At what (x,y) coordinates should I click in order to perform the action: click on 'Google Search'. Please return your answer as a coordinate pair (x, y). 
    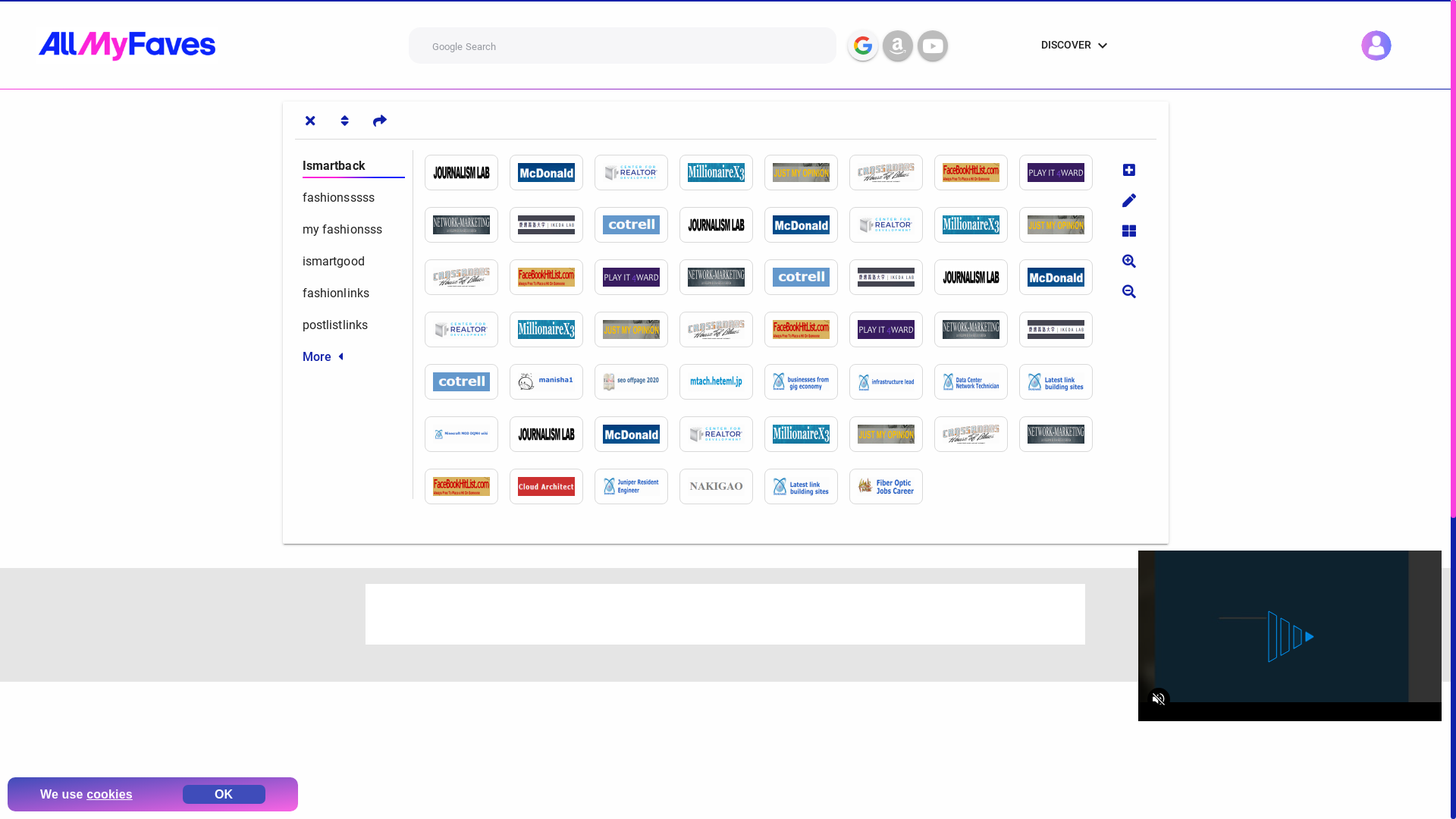
    Looking at the image, I should click on (862, 45).